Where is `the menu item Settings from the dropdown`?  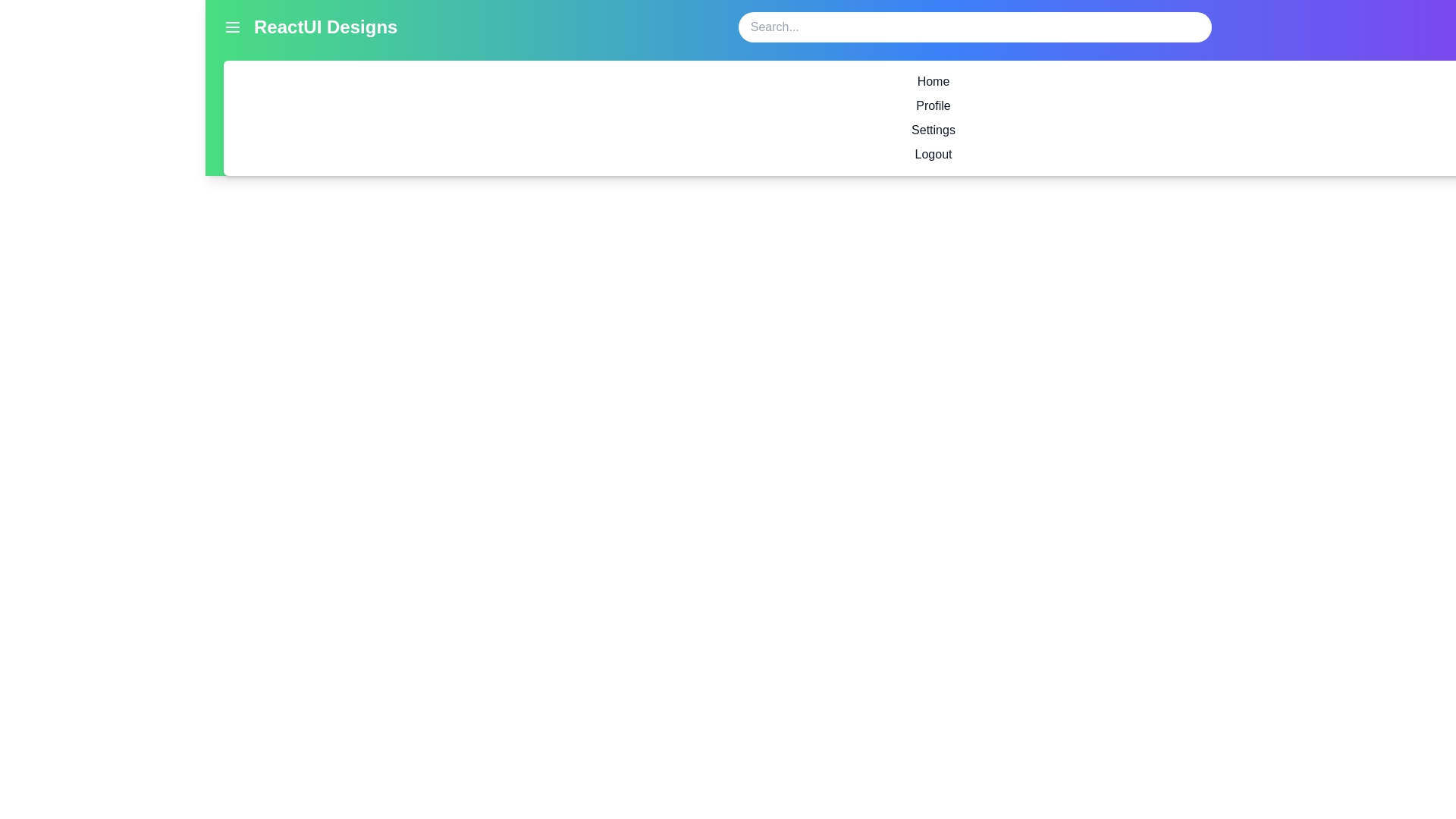
the menu item Settings from the dropdown is located at coordinates (932, 130).